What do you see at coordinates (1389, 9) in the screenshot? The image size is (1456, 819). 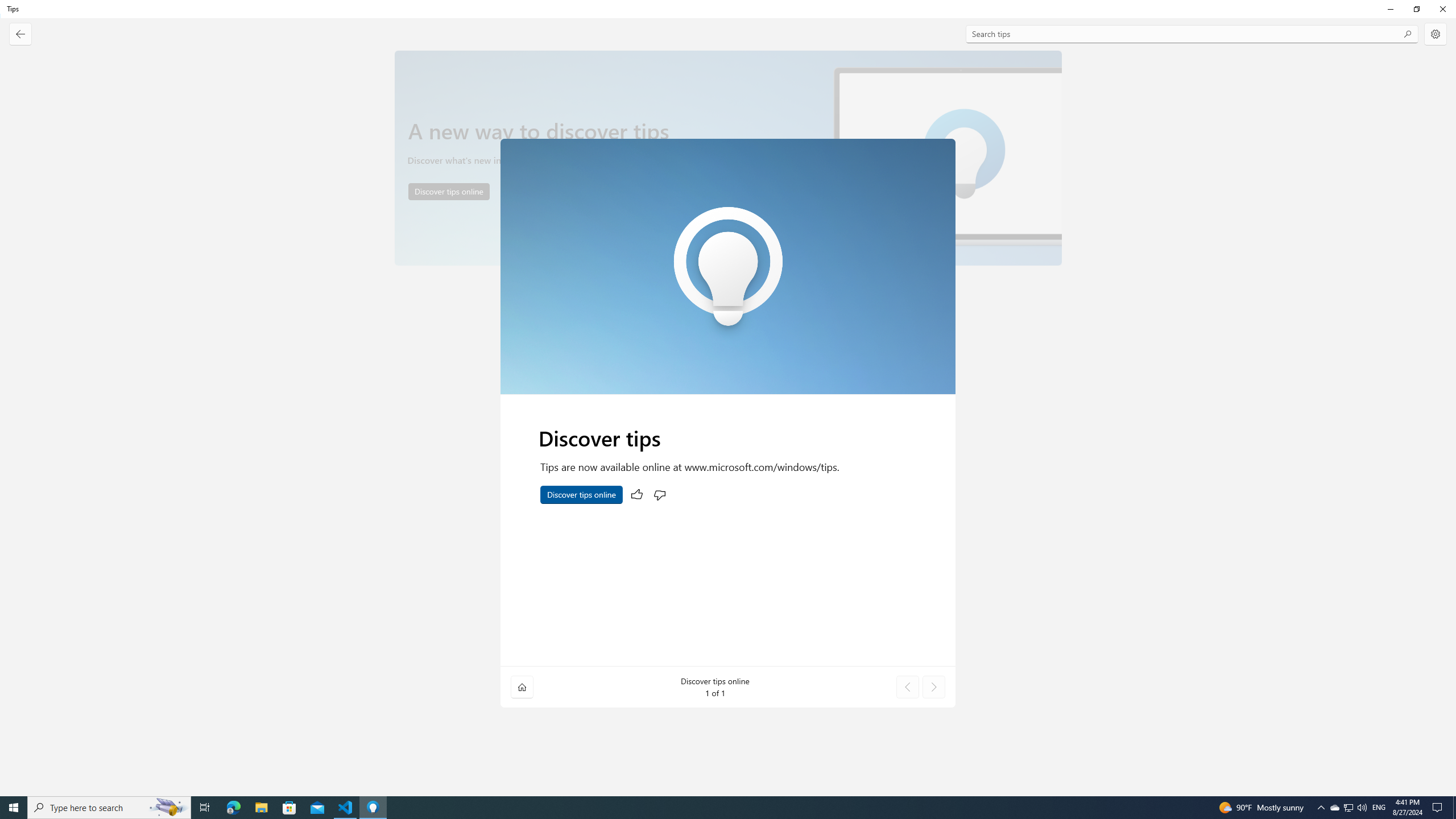 I see `'Minimize Tips'` at bounding box center [1389, 9].